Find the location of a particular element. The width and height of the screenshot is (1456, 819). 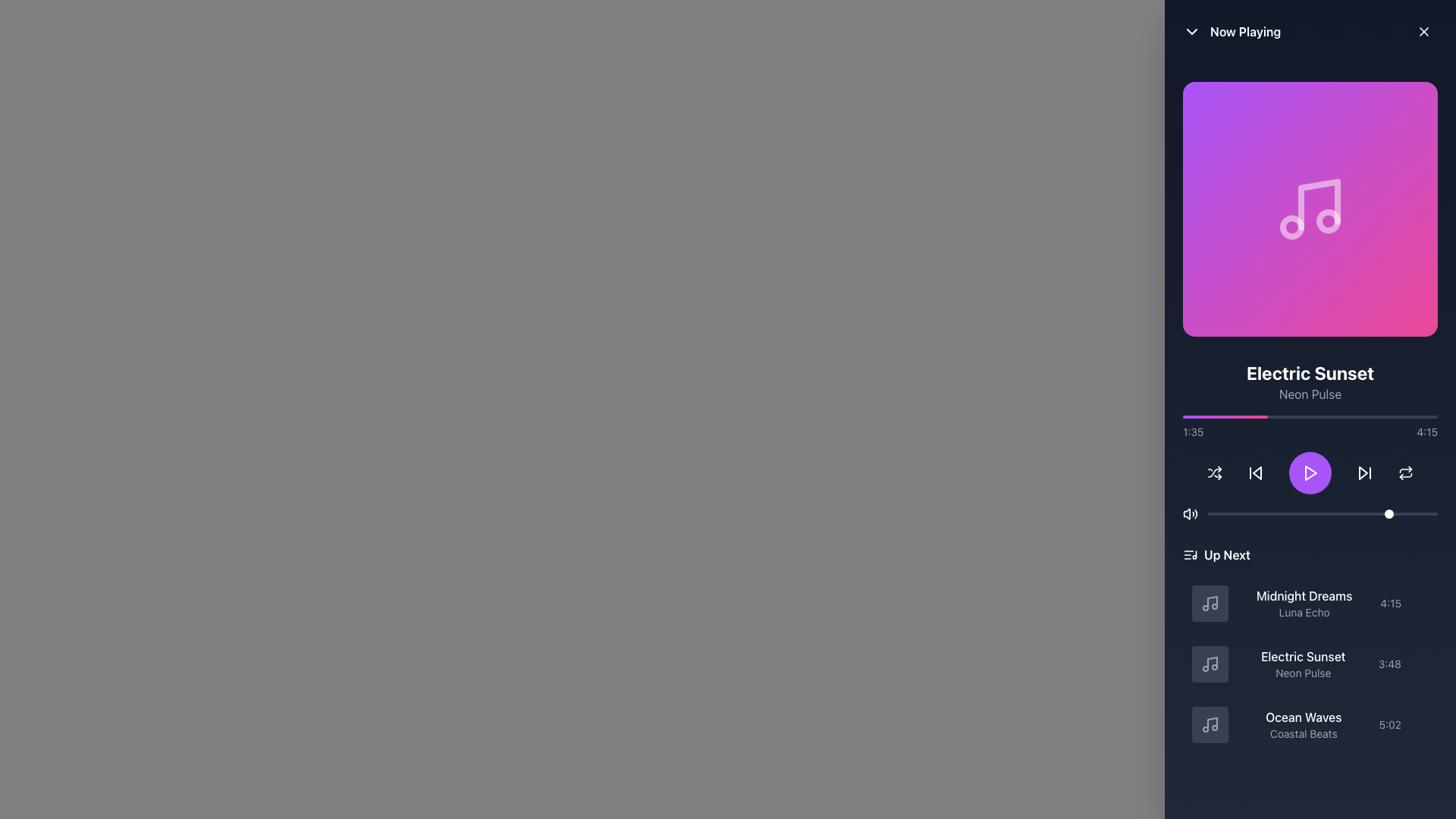

the first icon in the row of control buttons below the progress bar is located at coordinates (1215, 472).